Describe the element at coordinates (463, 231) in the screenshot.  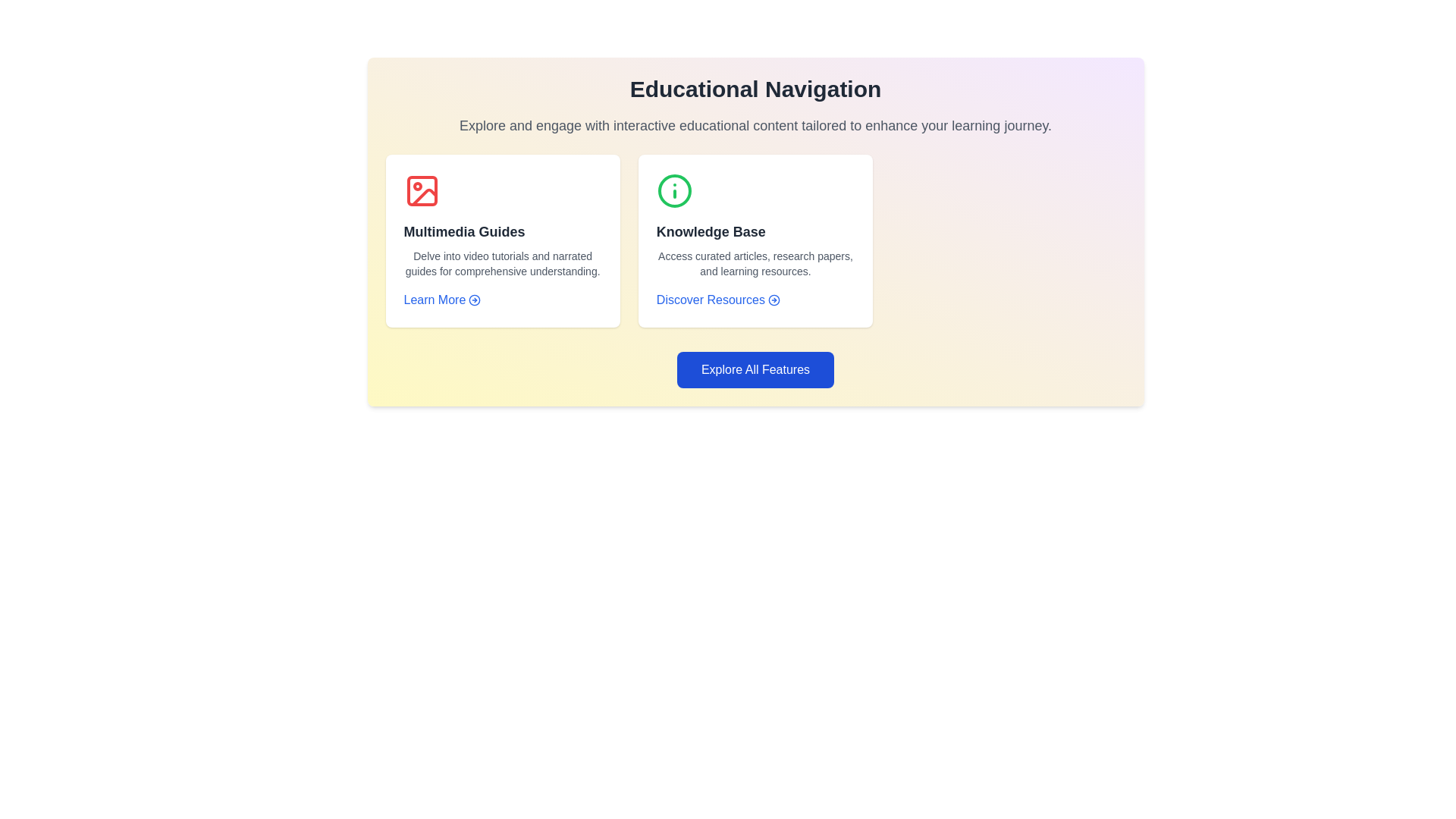
I see `the title label of the multimedia guides card, which is located in the left half of a dual-card layout, positioned below an icon and above descriptive text` at that location.